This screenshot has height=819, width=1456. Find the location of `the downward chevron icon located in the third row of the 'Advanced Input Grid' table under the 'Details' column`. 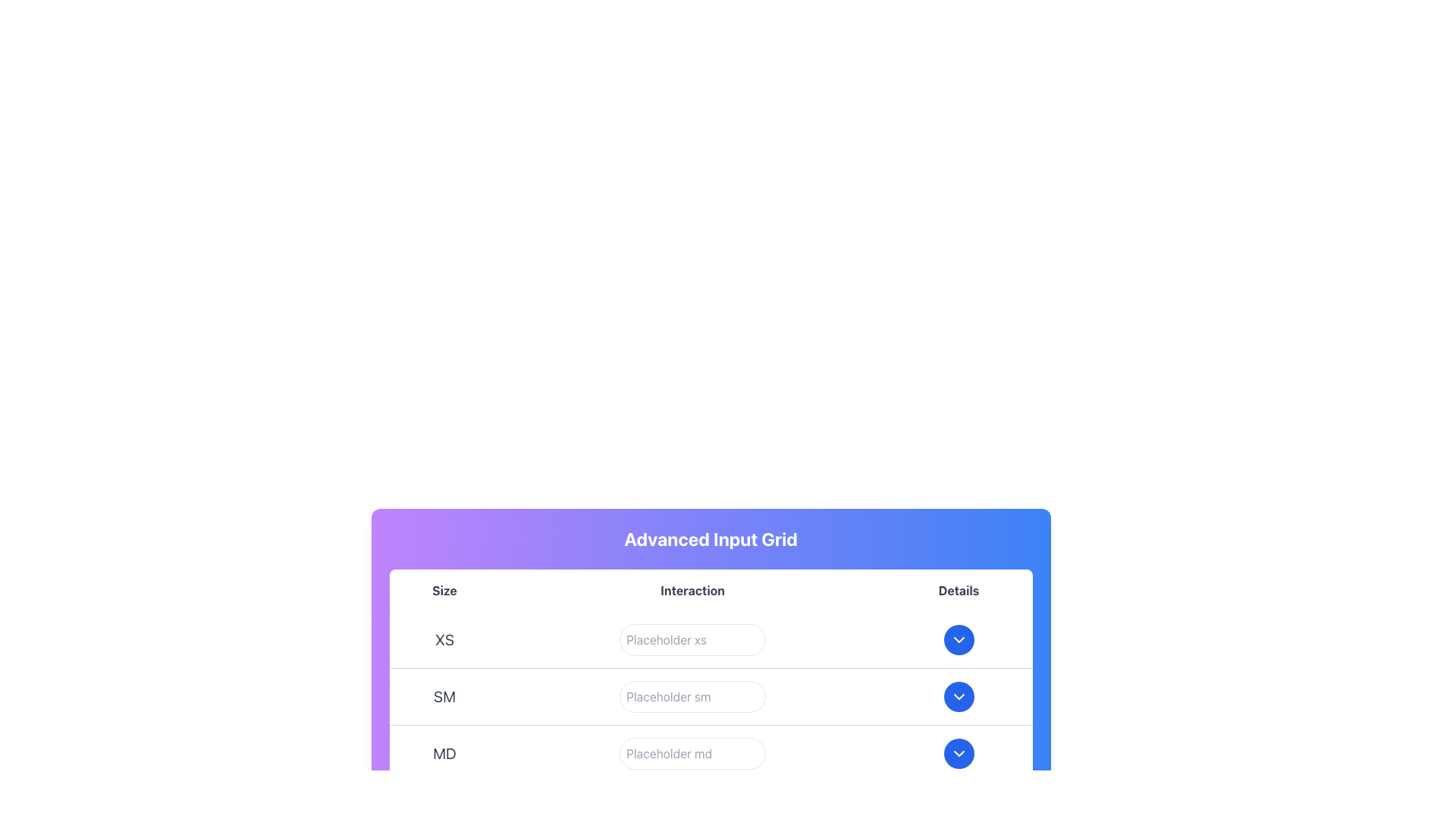

the downward chevron icon located in the third row of the 'Advanced Input Grid' table under the 'Details' column is located at coordinates (958, 754).